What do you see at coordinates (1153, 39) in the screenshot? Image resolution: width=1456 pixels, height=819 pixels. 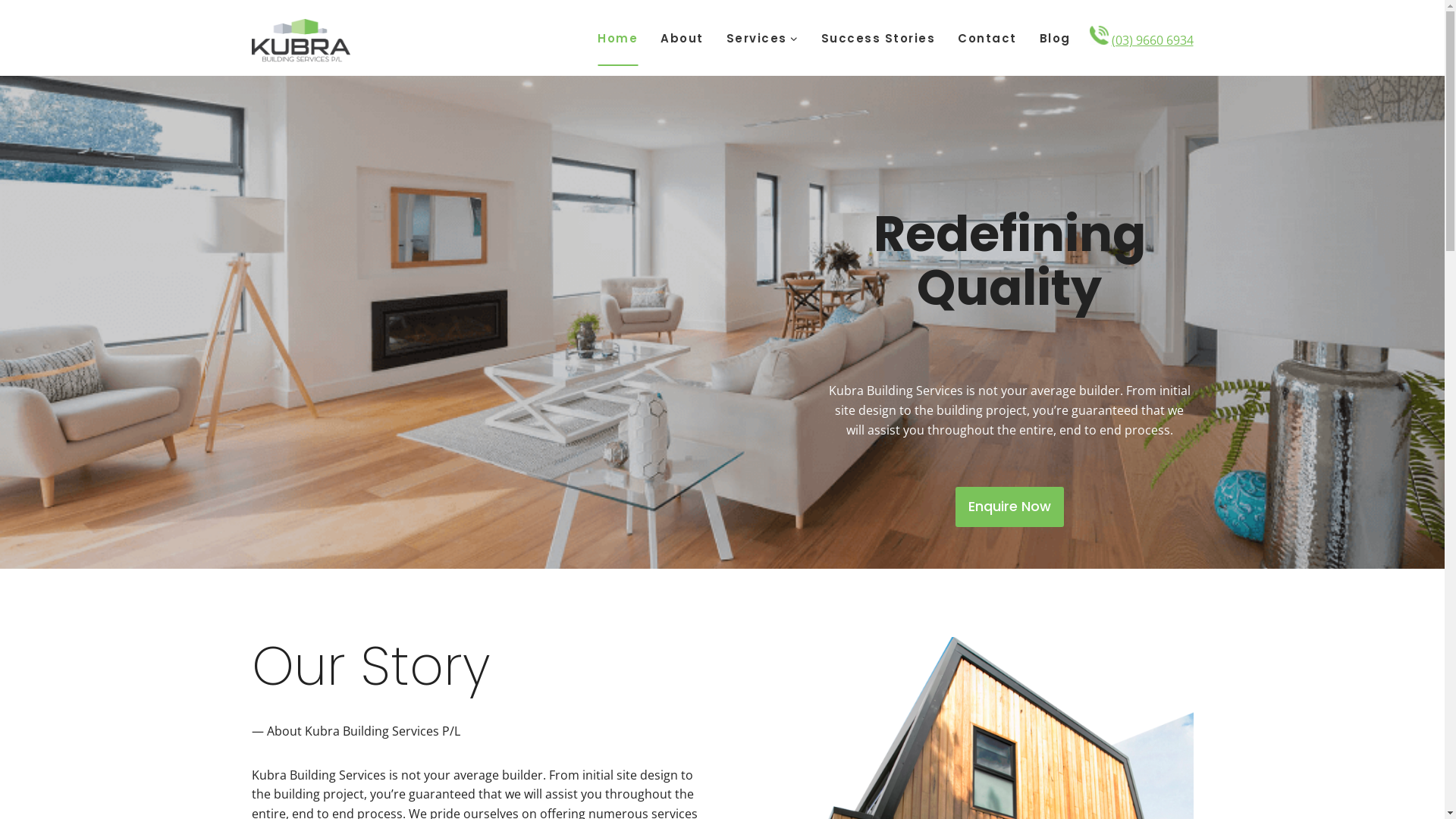 I see `'(03) 9660 6934'` at bounding box center [1153, 39].